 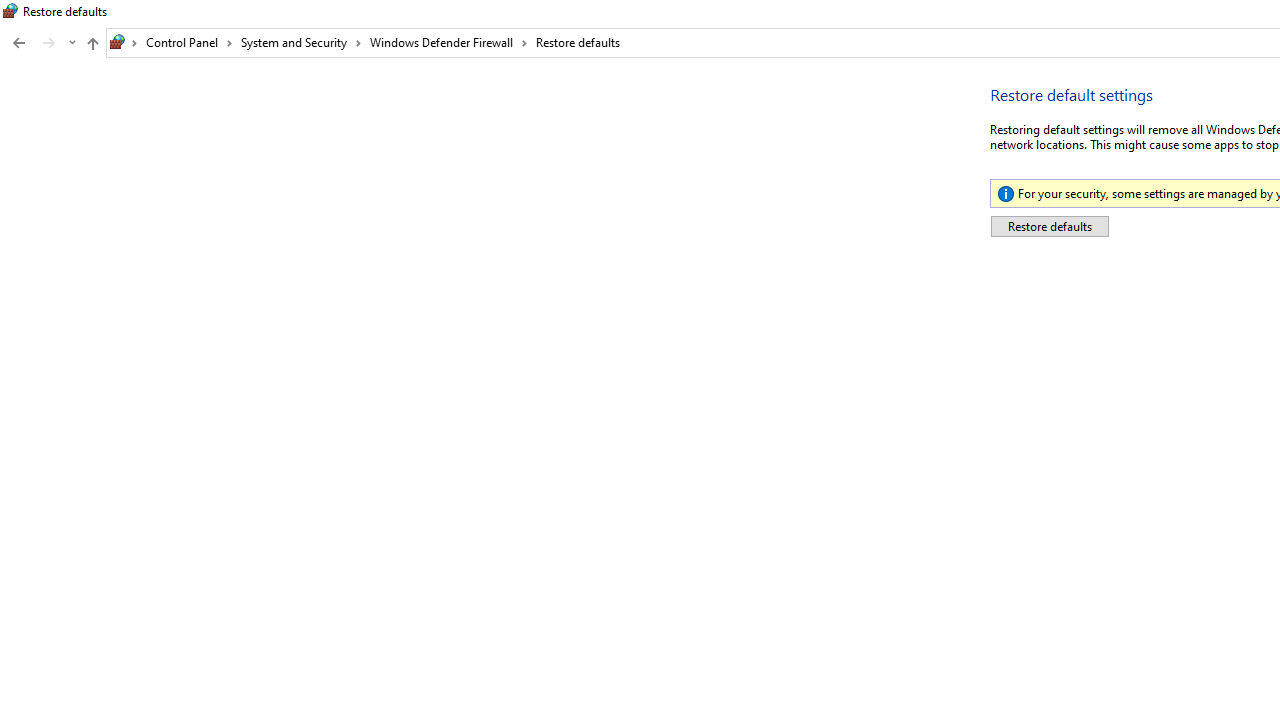 I want to click on 'System', so click(x=10, y=11).